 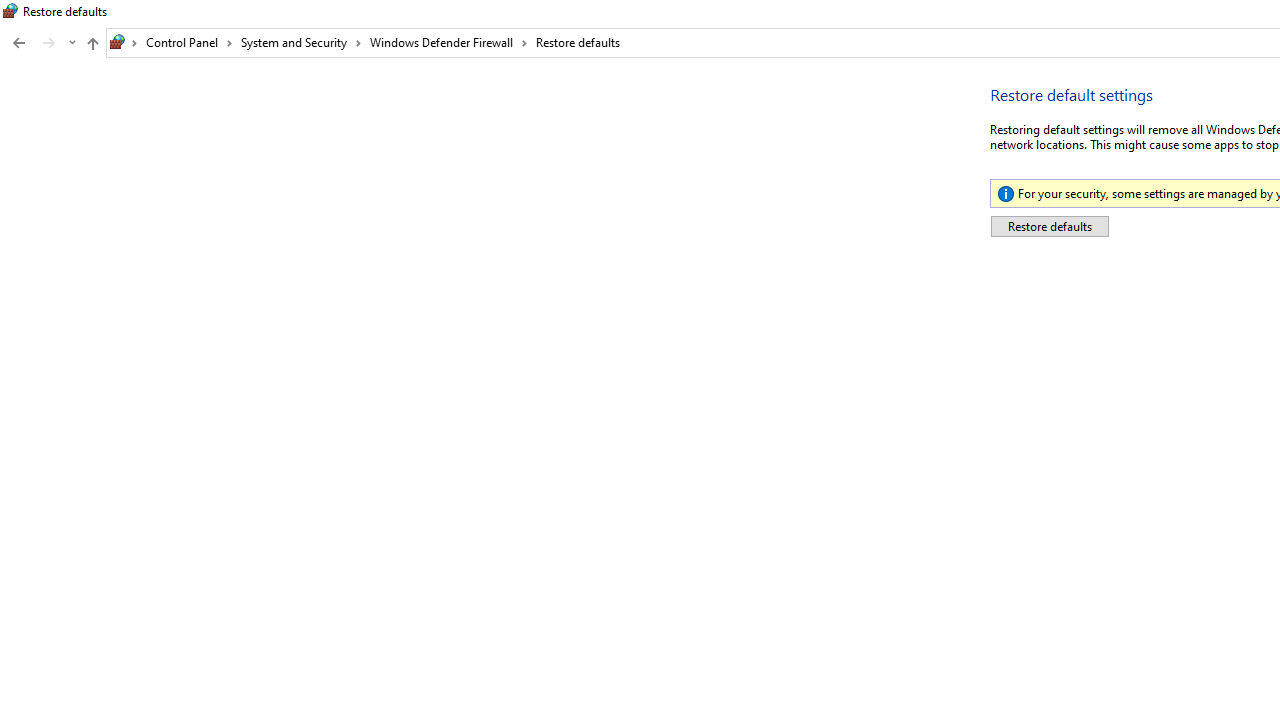 I want to click on 'System', so click(x=10, y=11).